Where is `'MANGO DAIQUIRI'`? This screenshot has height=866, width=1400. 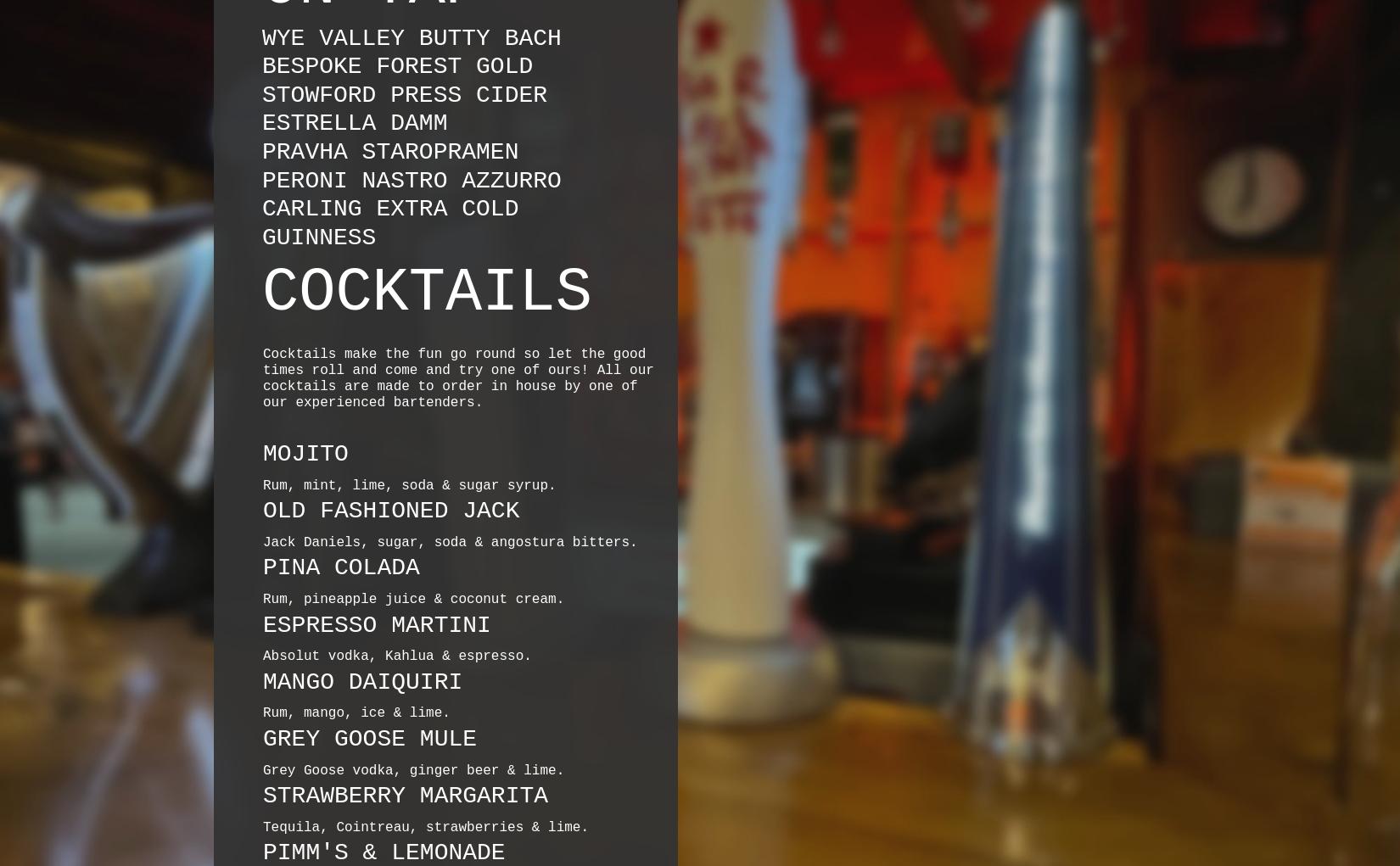 'MANGO DAIQUIRI' is located at coordinates (361, 680).